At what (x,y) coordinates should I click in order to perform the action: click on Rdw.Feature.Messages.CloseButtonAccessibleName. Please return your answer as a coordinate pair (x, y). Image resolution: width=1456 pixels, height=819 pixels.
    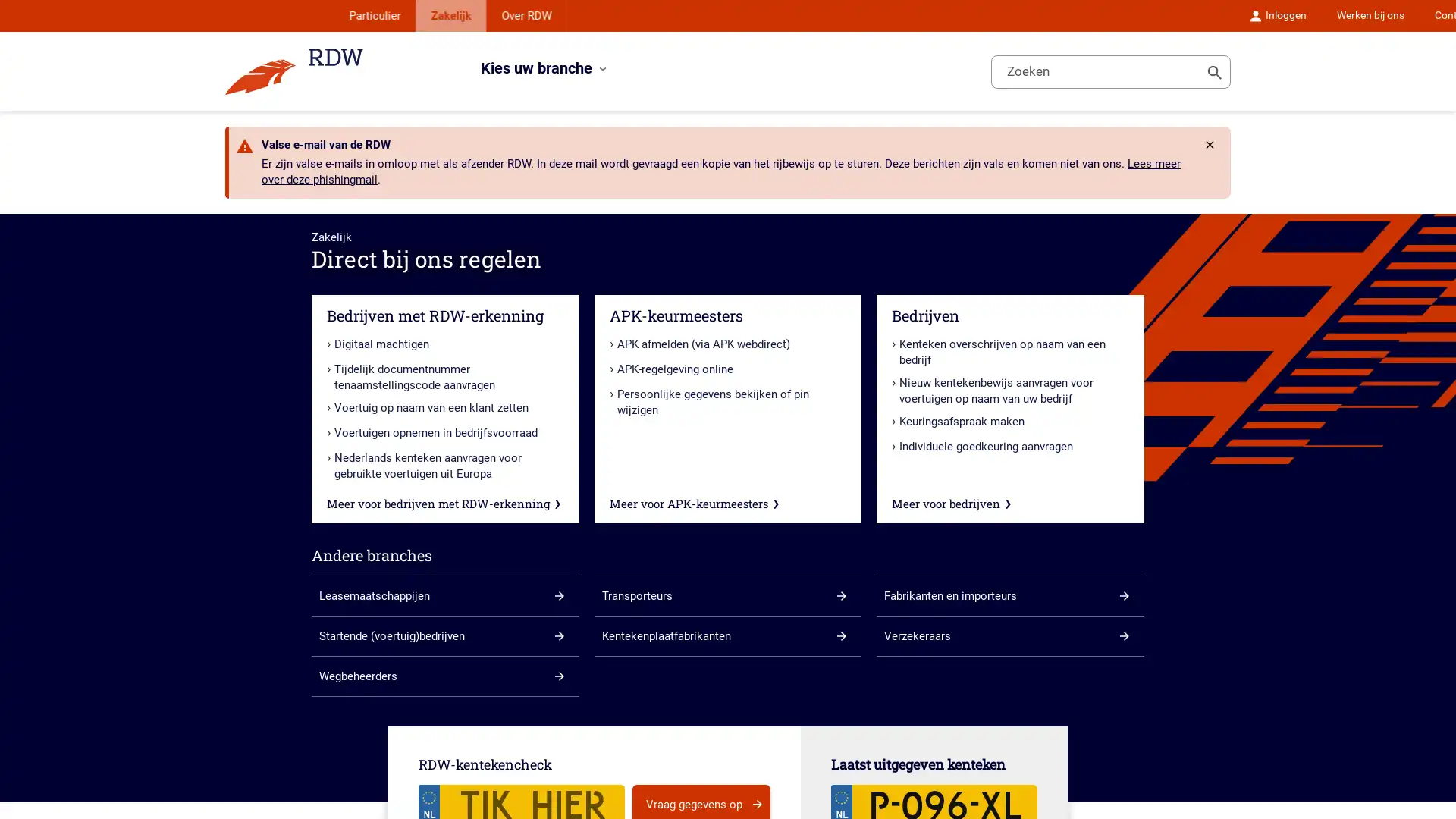
    Looking at the image, I should click on (1209, 145).